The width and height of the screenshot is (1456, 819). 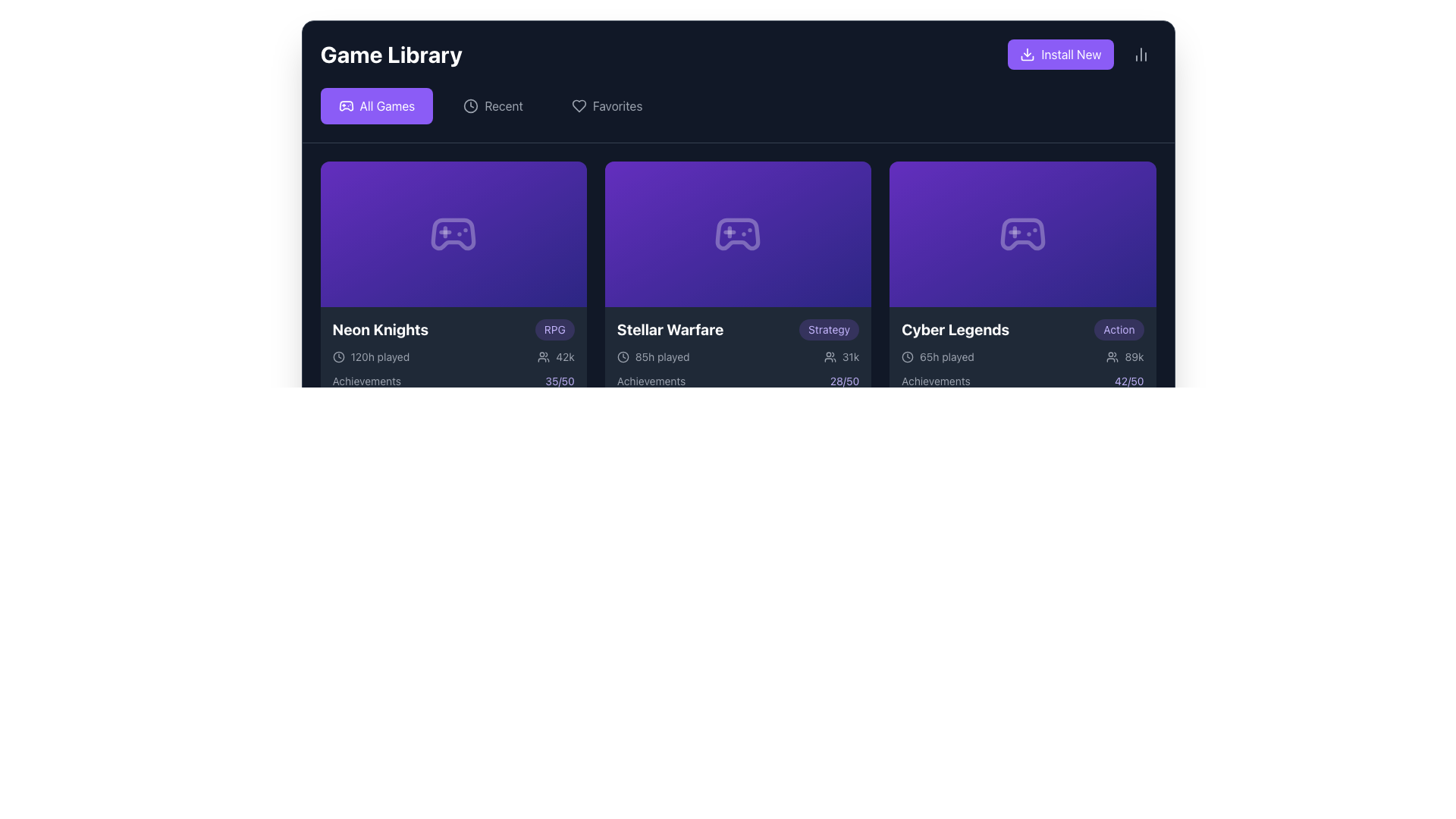 What do you see at coordinates (1141, 54) in the screenshot?
I see `the Icon Button resembling a vertical bar chart located at the top right corner of the interface, immediately to the right of the 'Install New' button, through keyboard navigation` at bounding box center [1141, 54].